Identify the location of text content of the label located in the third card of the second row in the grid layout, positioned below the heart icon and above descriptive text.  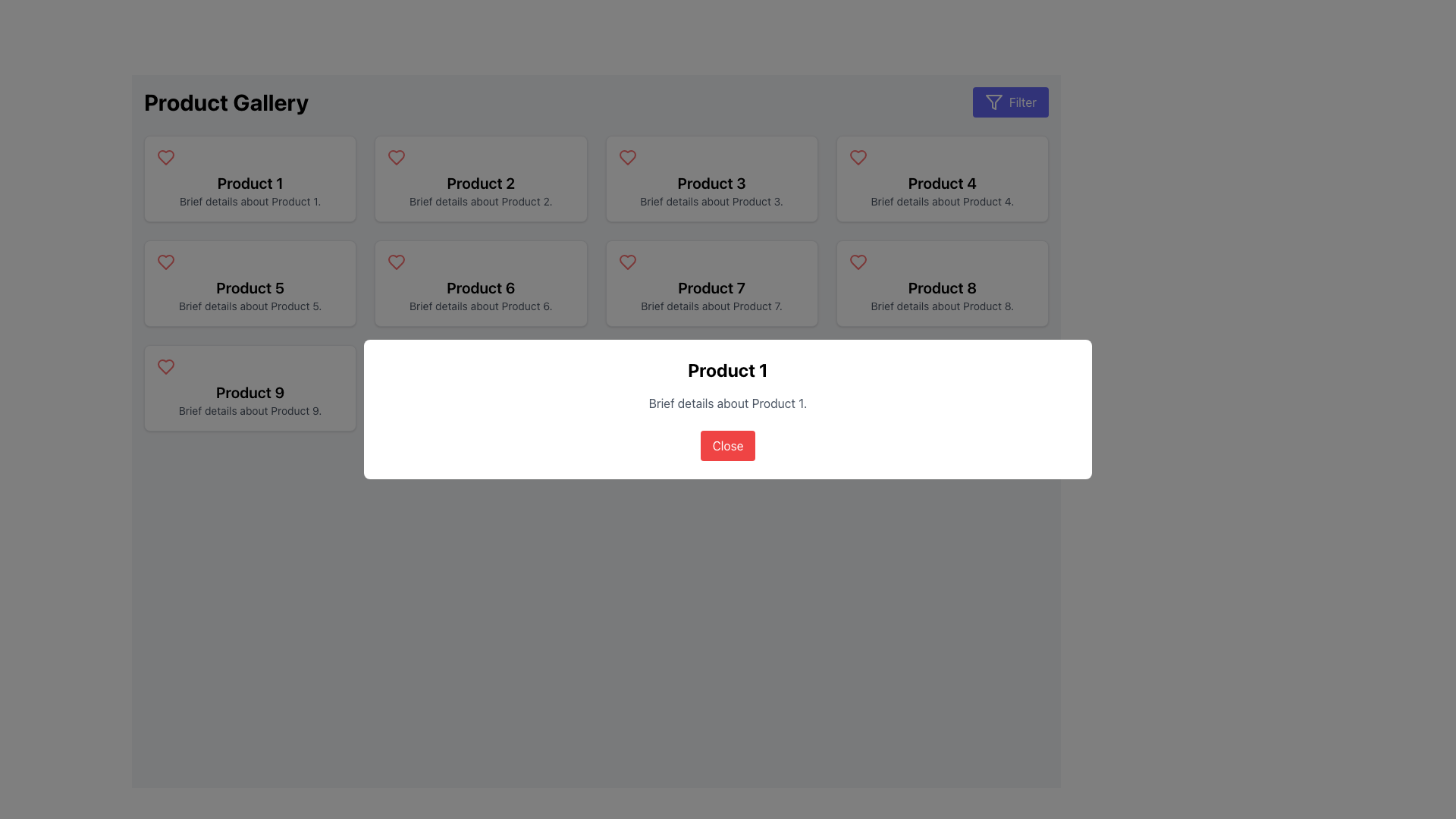
(711, 288).